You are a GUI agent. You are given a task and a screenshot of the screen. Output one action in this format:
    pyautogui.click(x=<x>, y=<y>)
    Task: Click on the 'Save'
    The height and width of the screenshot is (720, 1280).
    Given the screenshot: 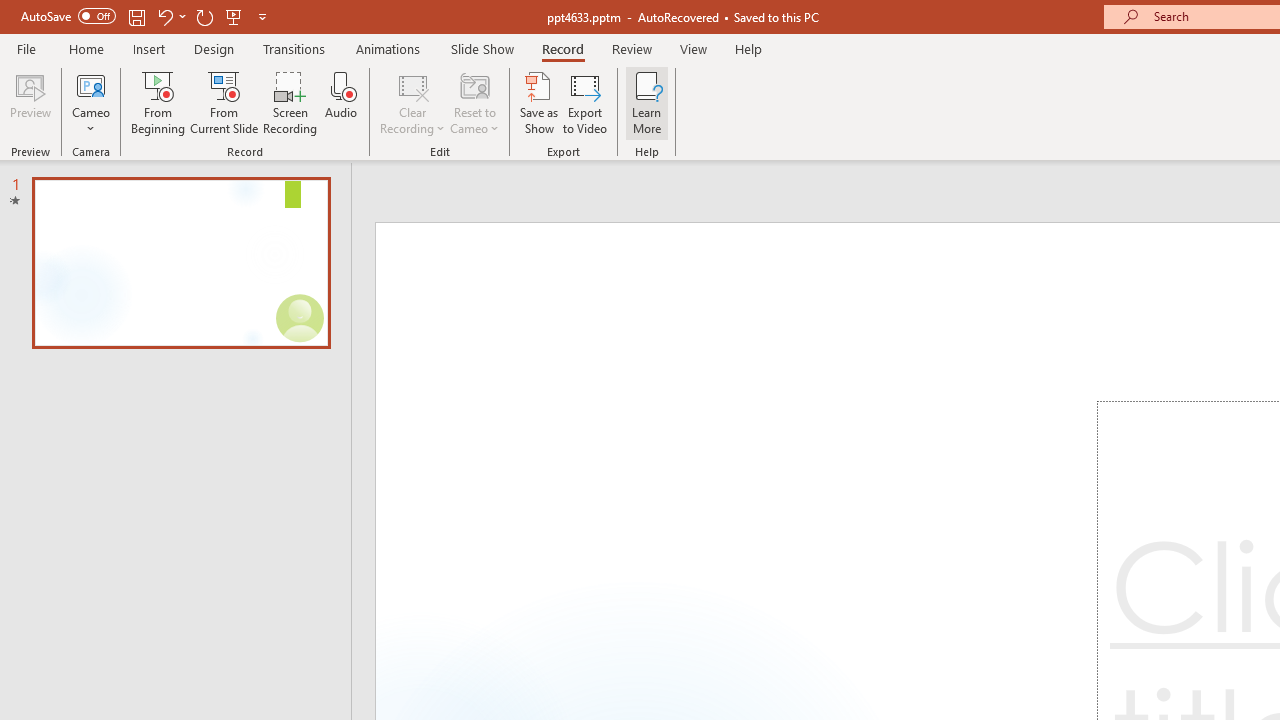 What is the action you would take?
    pyautogui.click(x=135, y=16)
    